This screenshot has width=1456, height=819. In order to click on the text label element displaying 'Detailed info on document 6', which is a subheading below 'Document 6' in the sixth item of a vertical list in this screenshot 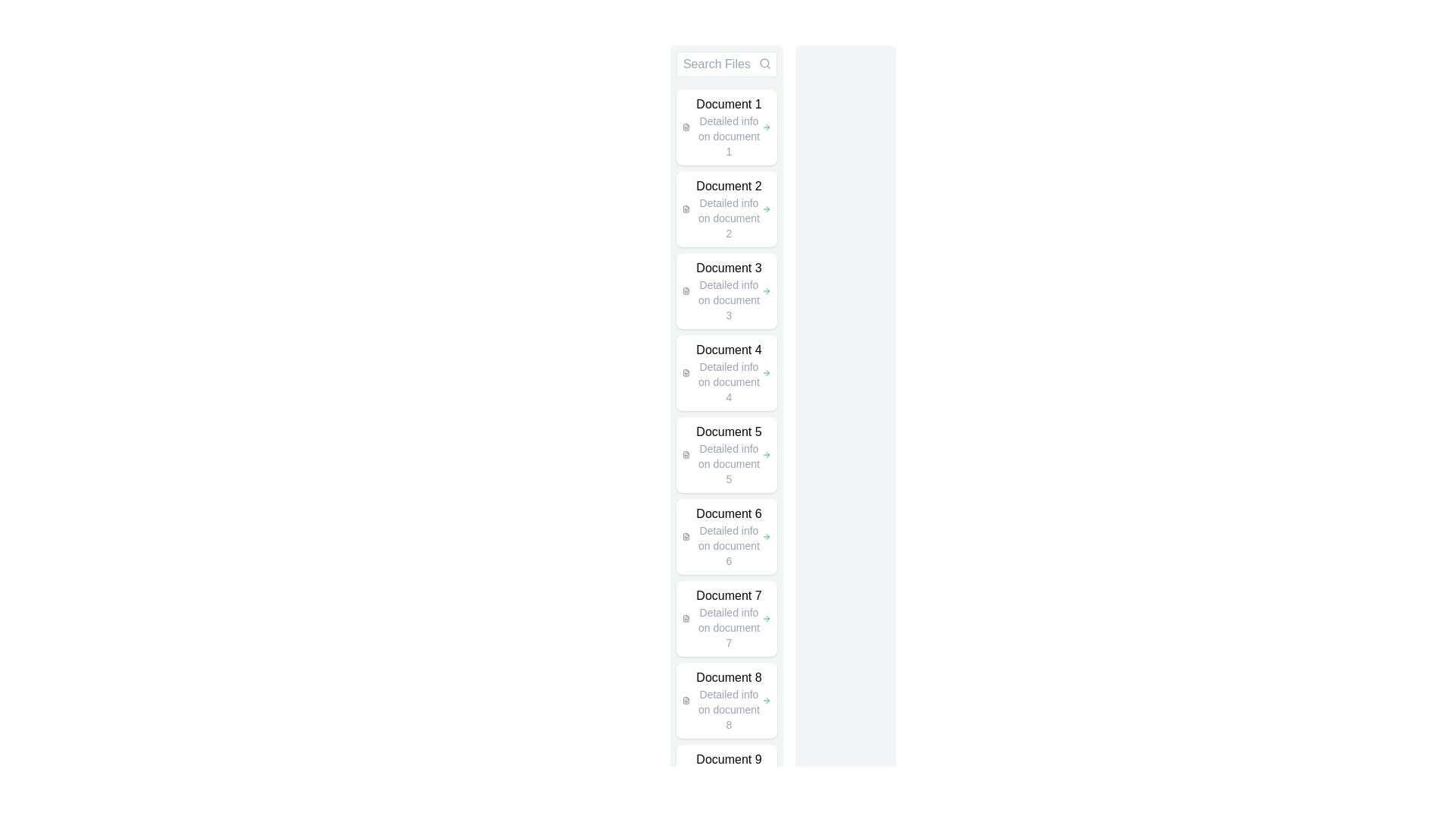, I will do `click(729, 546)`.